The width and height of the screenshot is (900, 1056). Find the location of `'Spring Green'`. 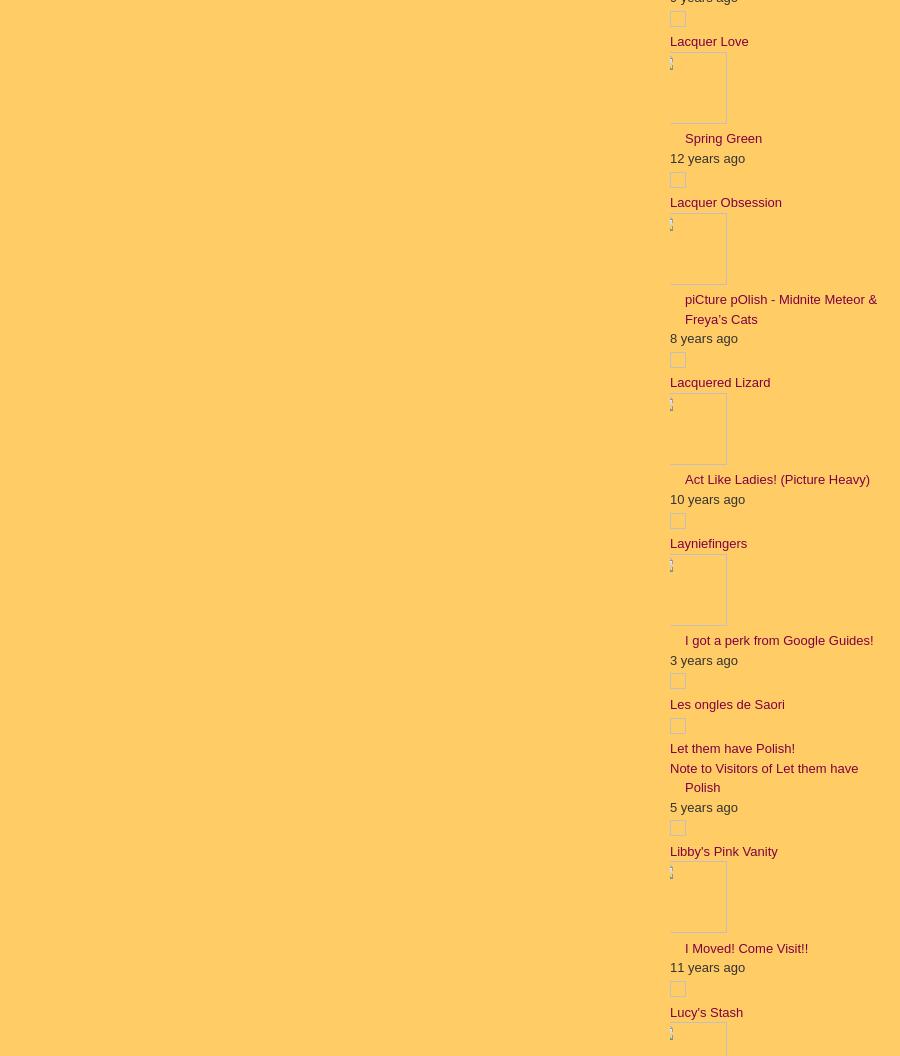

'Spring Green' is located at coordinates (722, 138).